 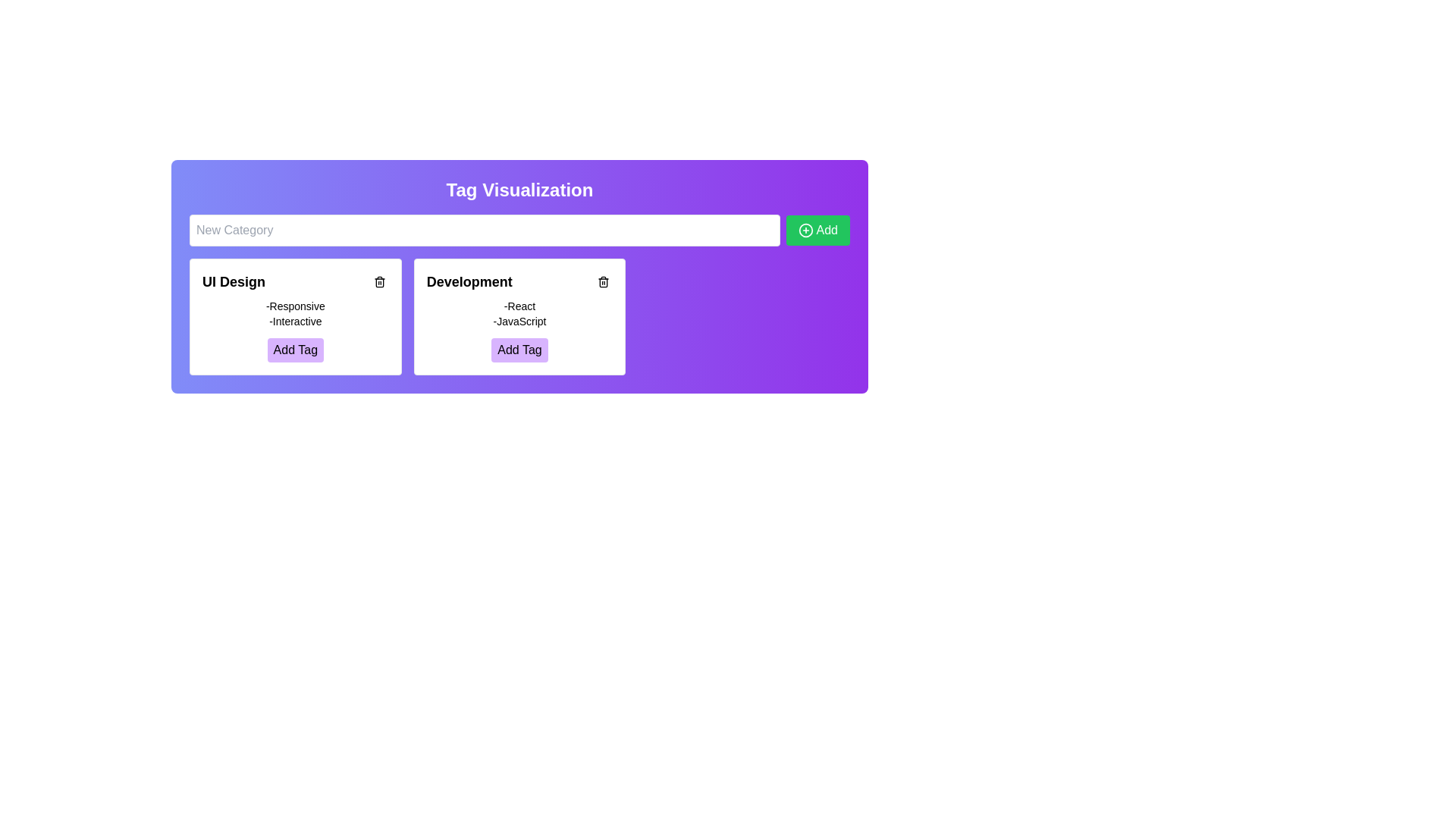 What do you see at coordinates (603, 283) in the screenshot?
I see `the trash bin icon located at the top-right corner of the 'Development' card` at bounding box center [603, 283].